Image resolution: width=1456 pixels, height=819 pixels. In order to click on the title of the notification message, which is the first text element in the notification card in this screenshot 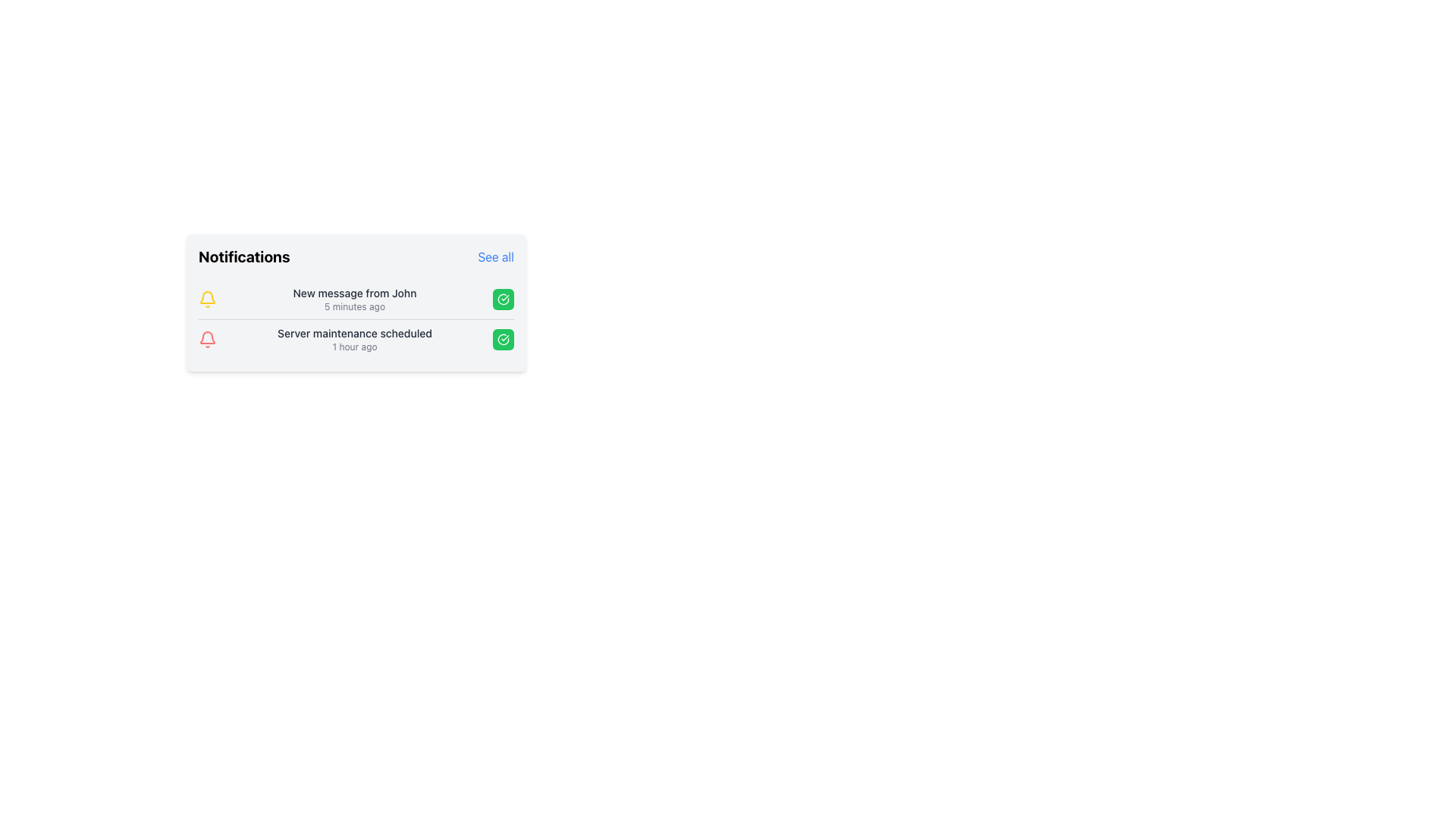, I will do `click(353, 293)`.